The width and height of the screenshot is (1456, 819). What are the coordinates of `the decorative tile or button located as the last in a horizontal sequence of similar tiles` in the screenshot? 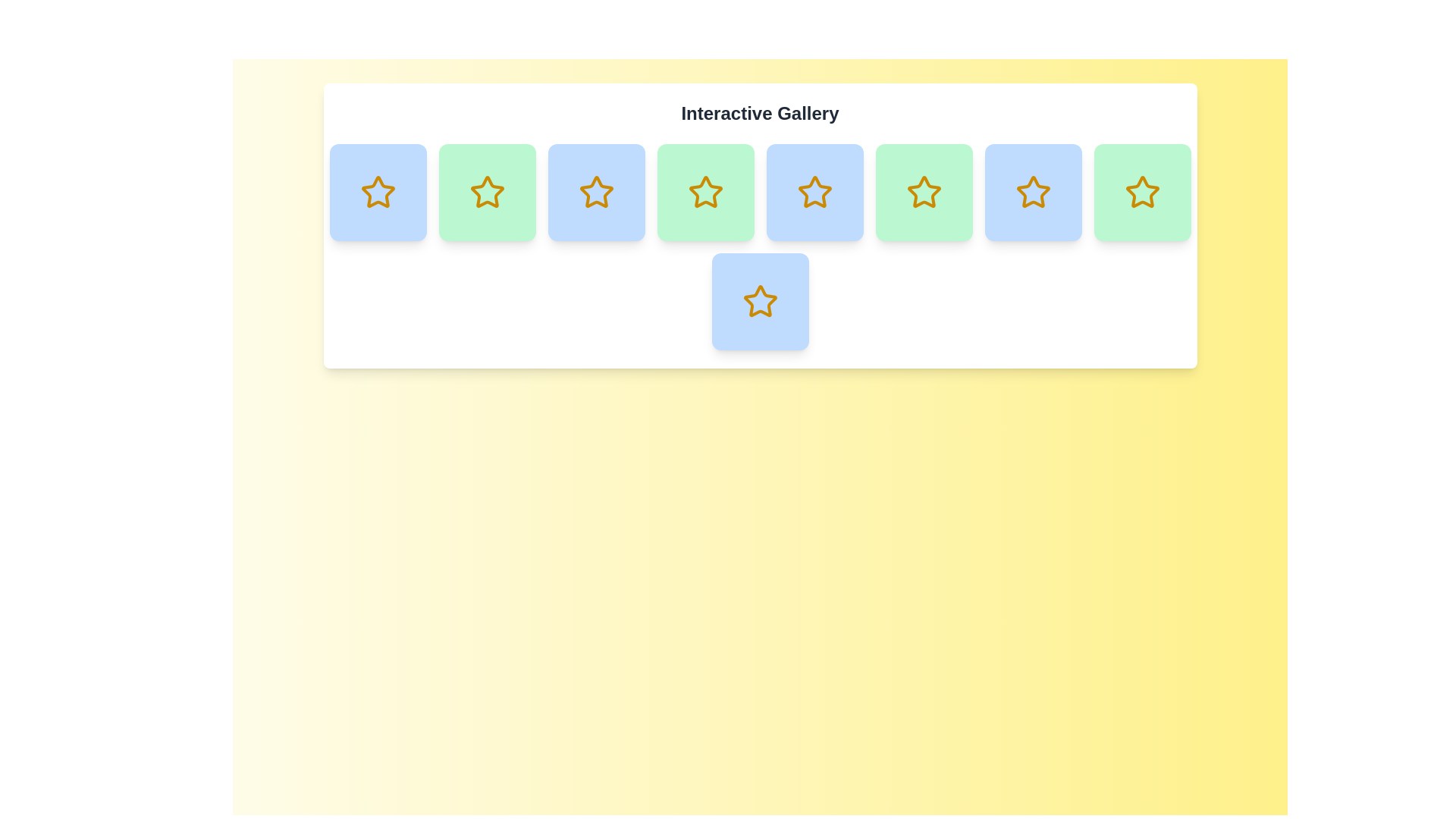 It's located at (1142, 192).